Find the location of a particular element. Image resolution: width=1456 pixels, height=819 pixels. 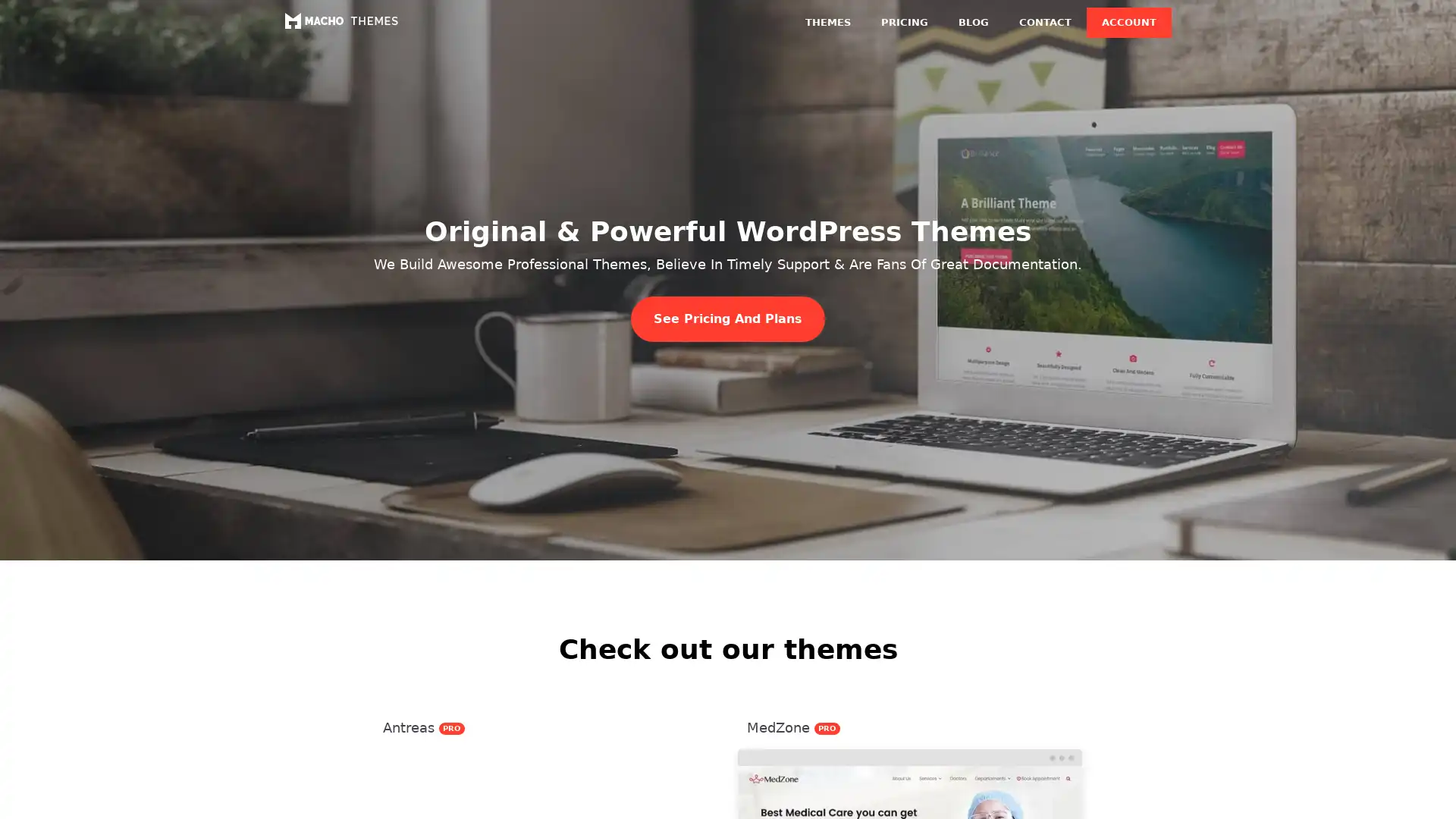

See Pricing And Plans is located at coordinates (728, 318).